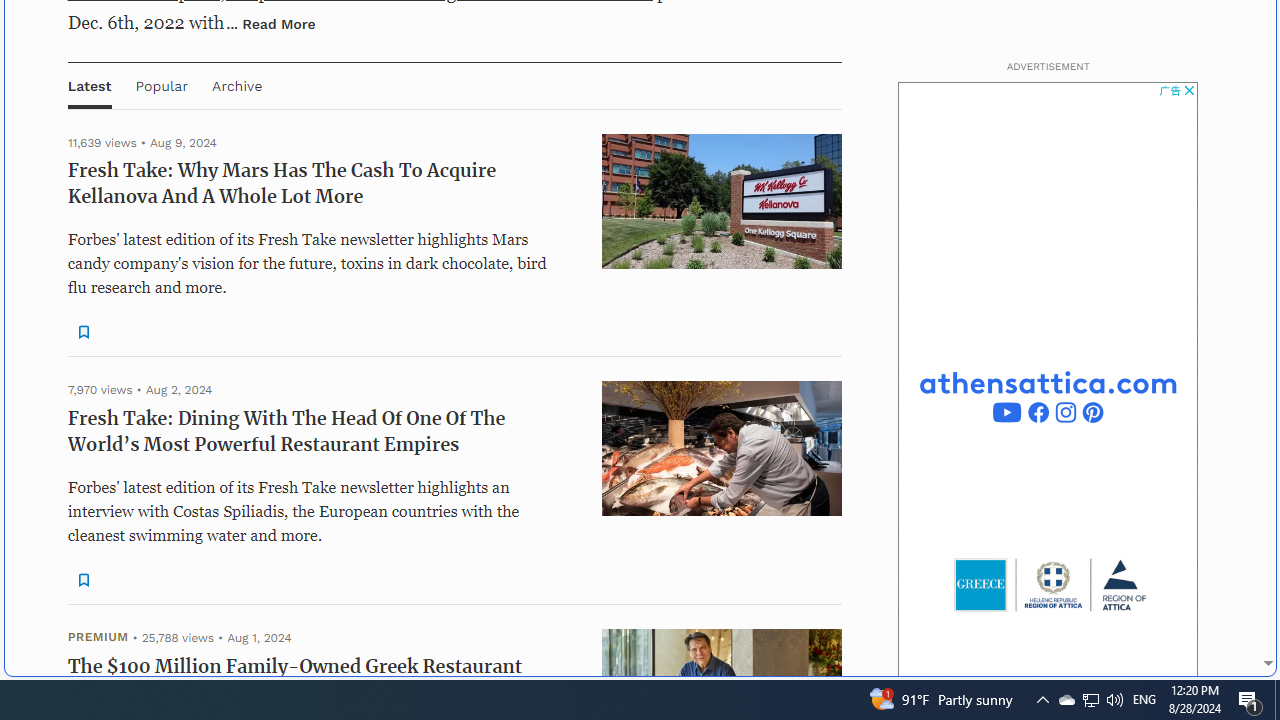  I want to click on 'Class: sElHJWe4 NQX0jJYe', so click(82, 579).